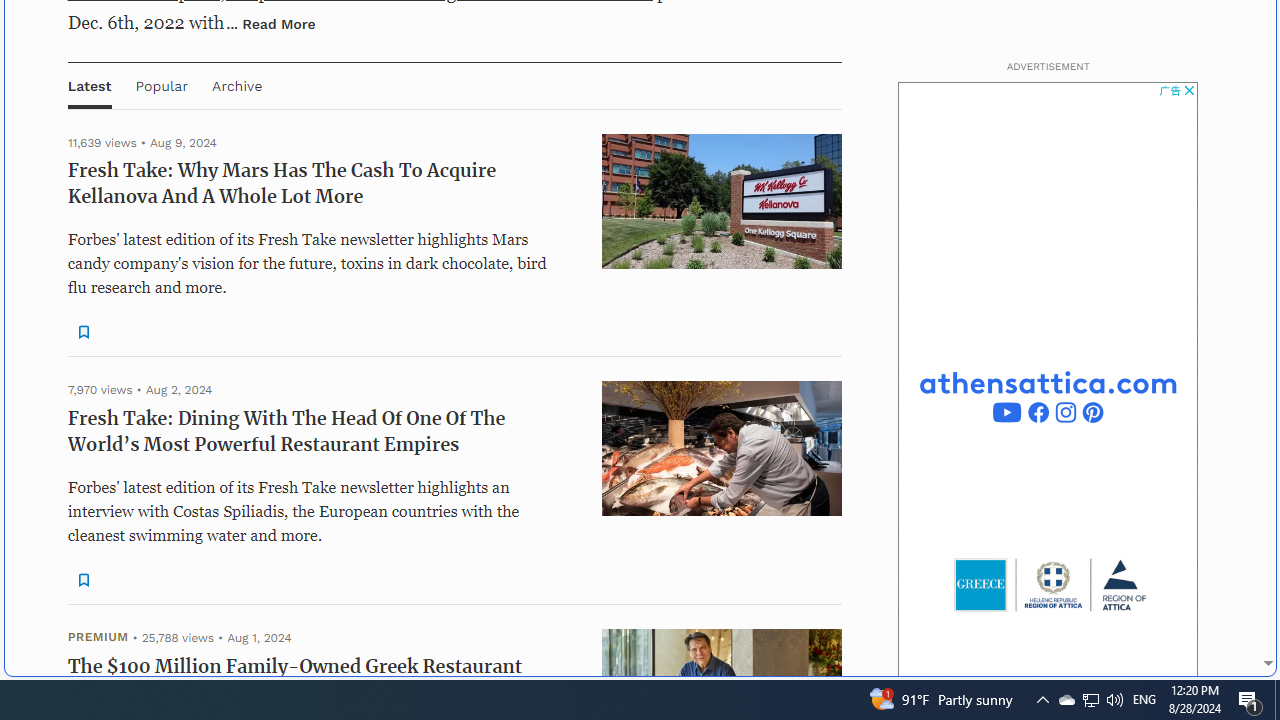  I want to click on 'Class: sElHJWe4 NQX0jJYe', so click(82, 579).